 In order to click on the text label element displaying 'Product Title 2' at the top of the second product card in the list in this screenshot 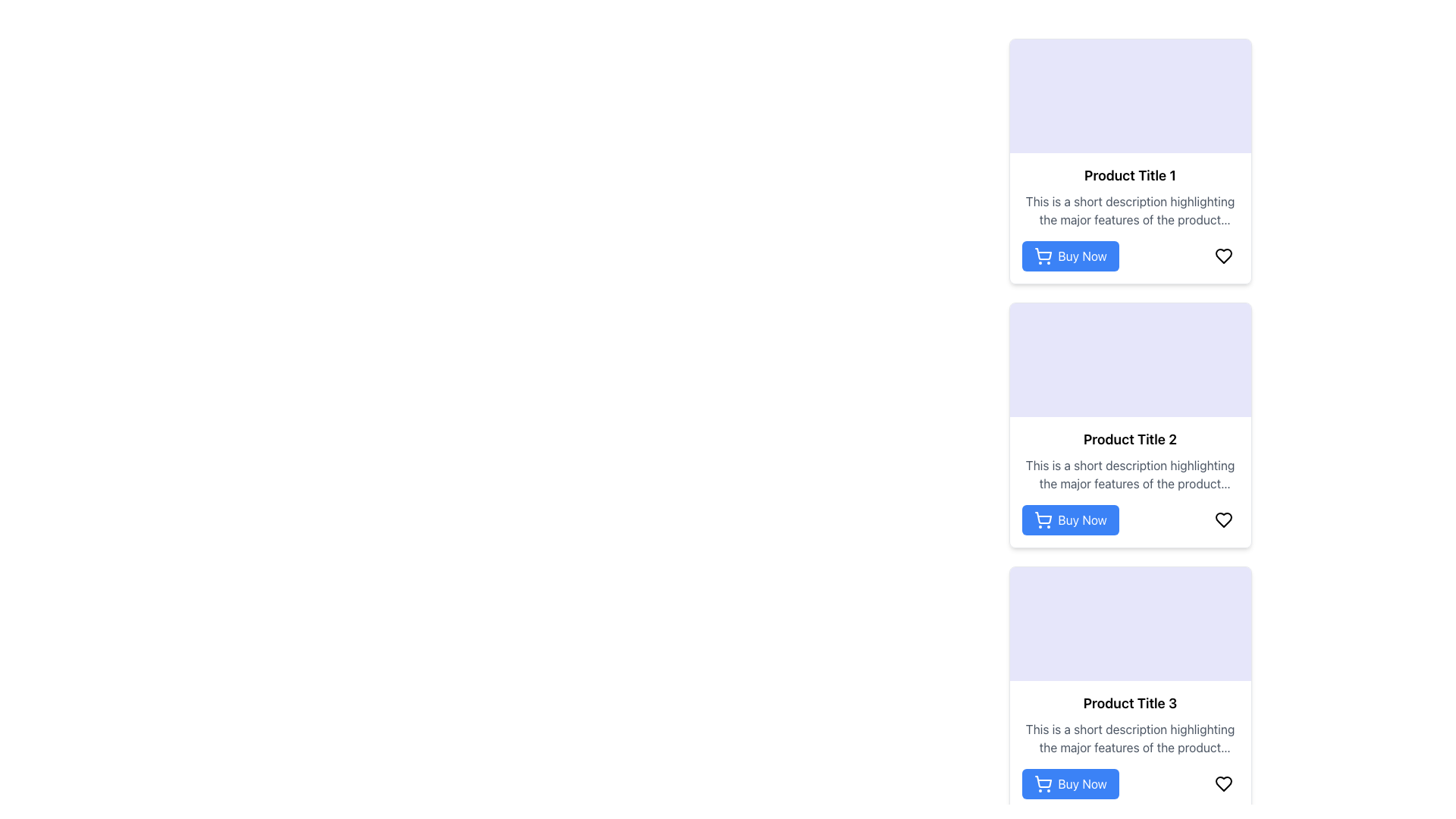, I will do `click(1130, 439)`.